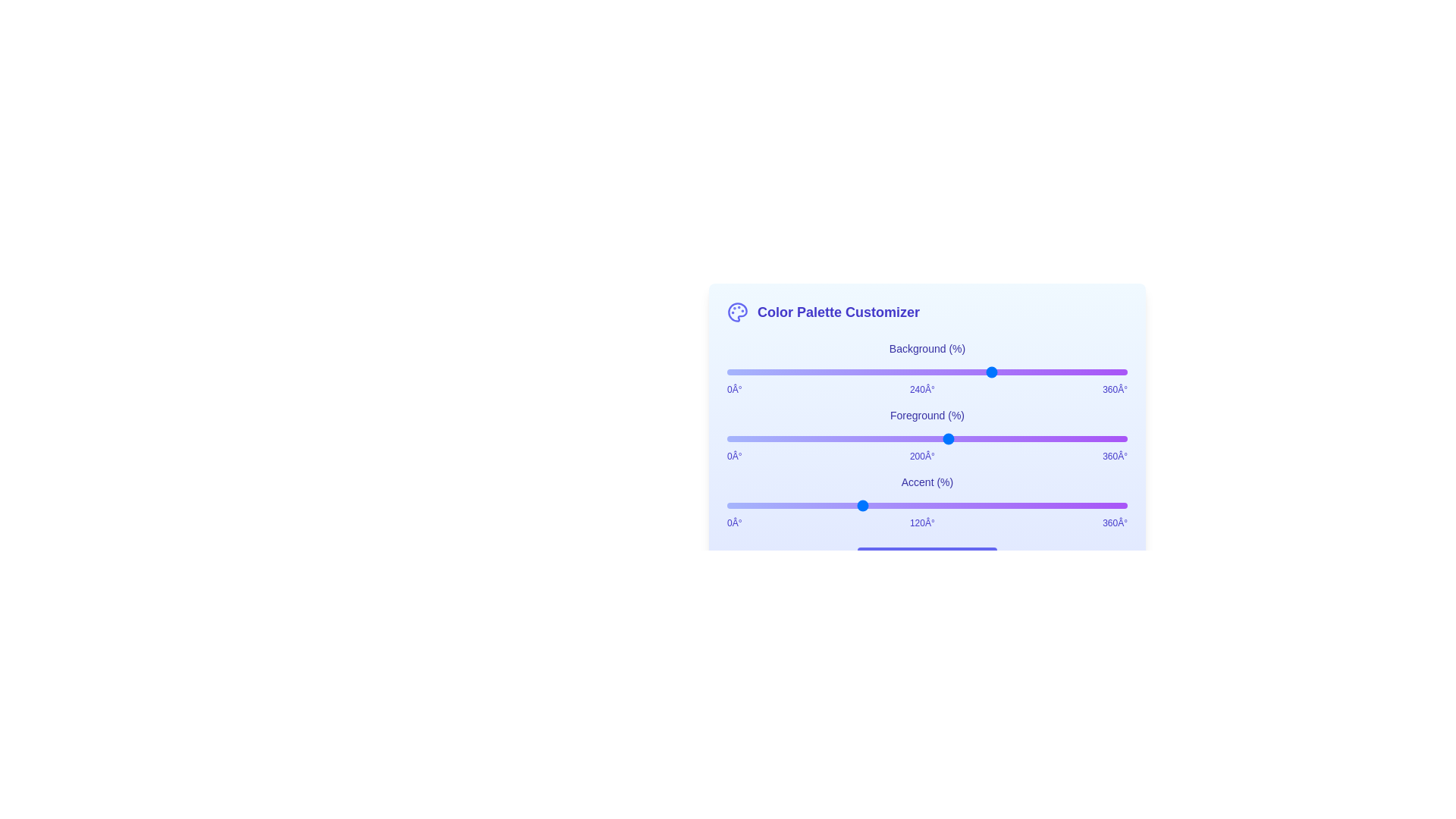  I want to click on the background color slider to set the hue to 47 degrees, so click(779, 372).